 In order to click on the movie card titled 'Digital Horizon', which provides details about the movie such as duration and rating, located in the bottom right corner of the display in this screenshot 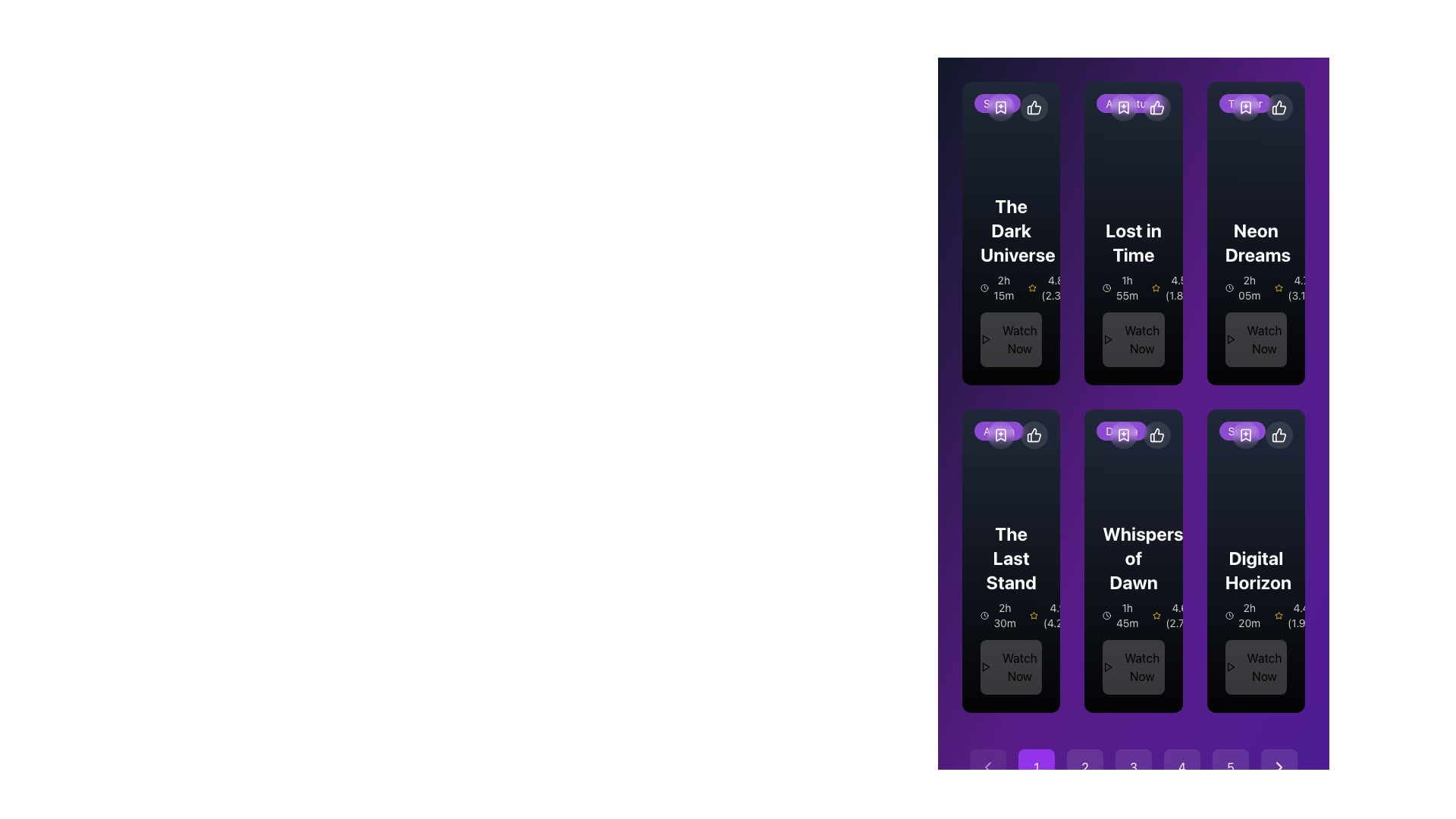, I will do `click(1256, 620)`.